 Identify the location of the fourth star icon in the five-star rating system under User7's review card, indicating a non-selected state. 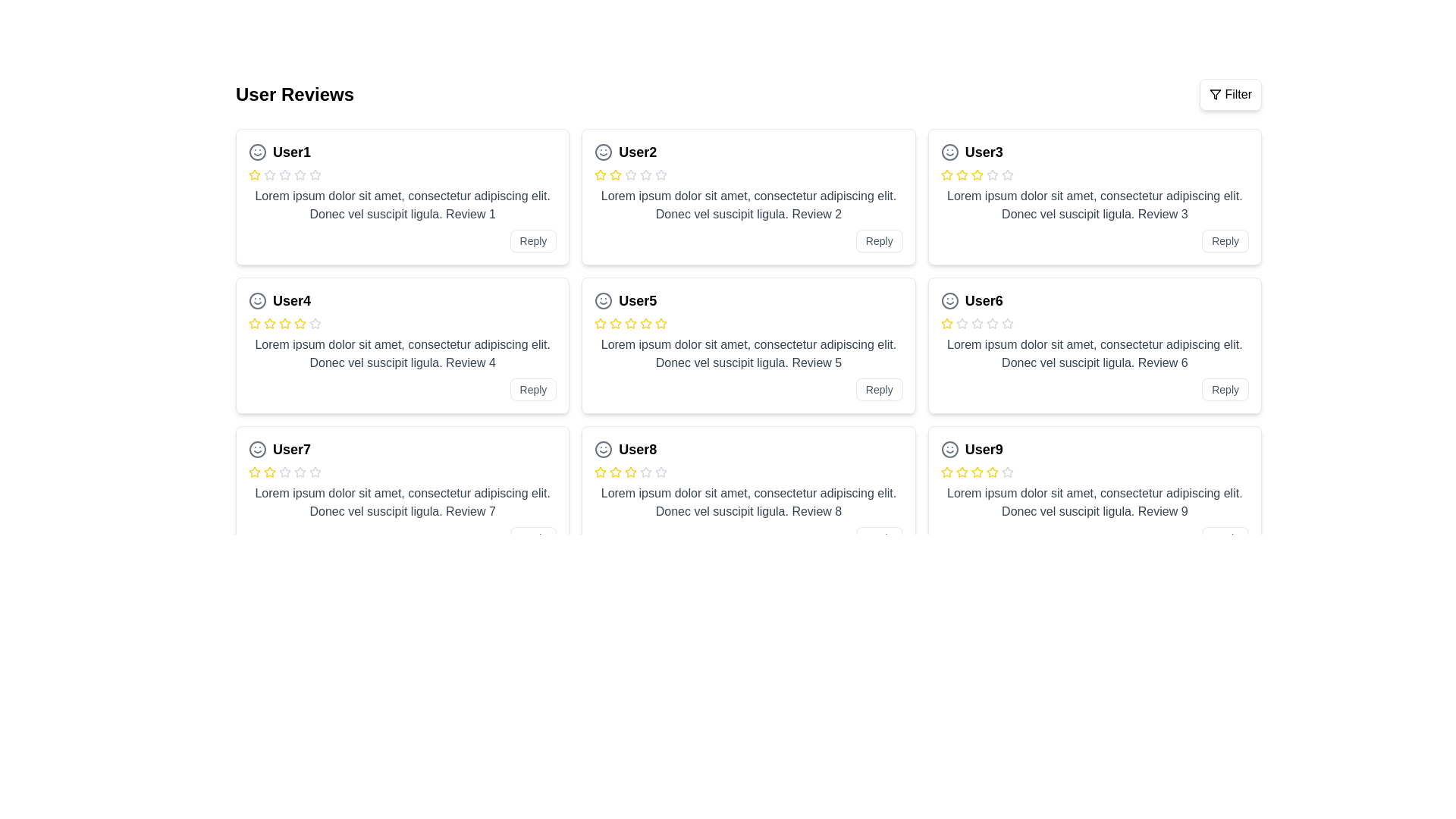
(300, 471).